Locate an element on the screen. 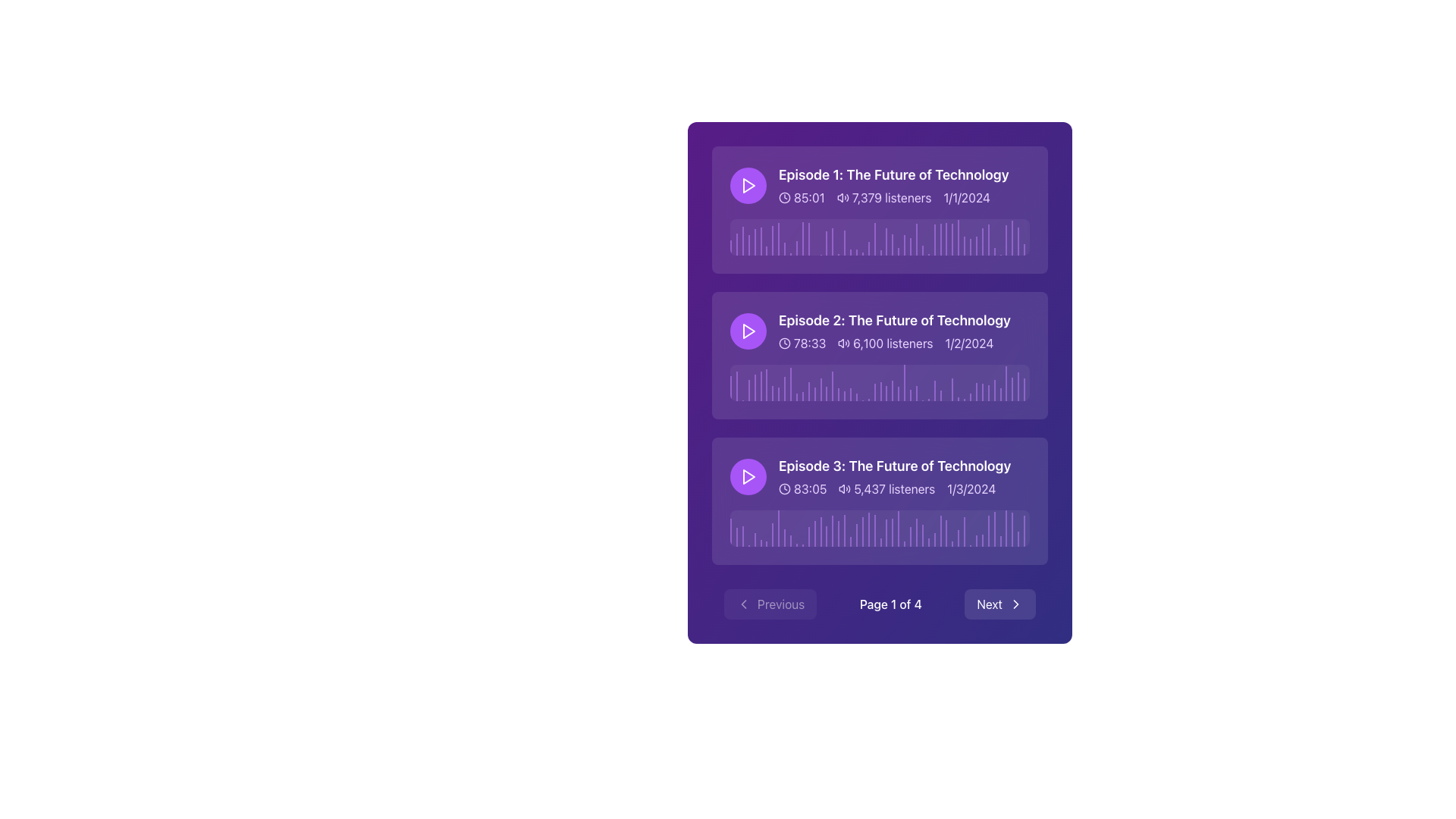 The width and height of the screenshot is (1456, 819). the navigation button located at the bottom-right corner of the navigation bar is located at coordinates (1000, 604).